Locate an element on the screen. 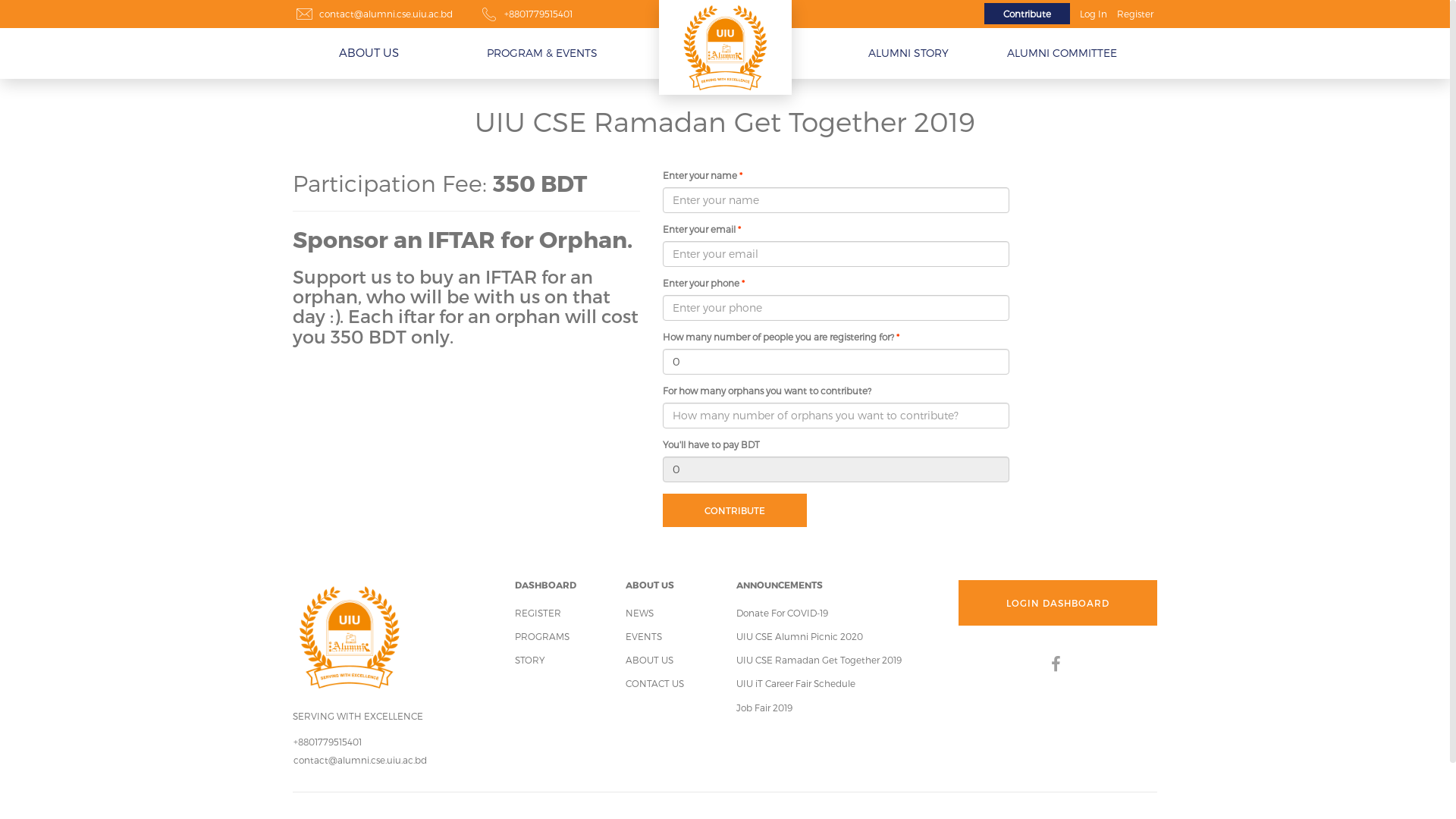  'PROGRAMS' is located at coordinates (513, 636).